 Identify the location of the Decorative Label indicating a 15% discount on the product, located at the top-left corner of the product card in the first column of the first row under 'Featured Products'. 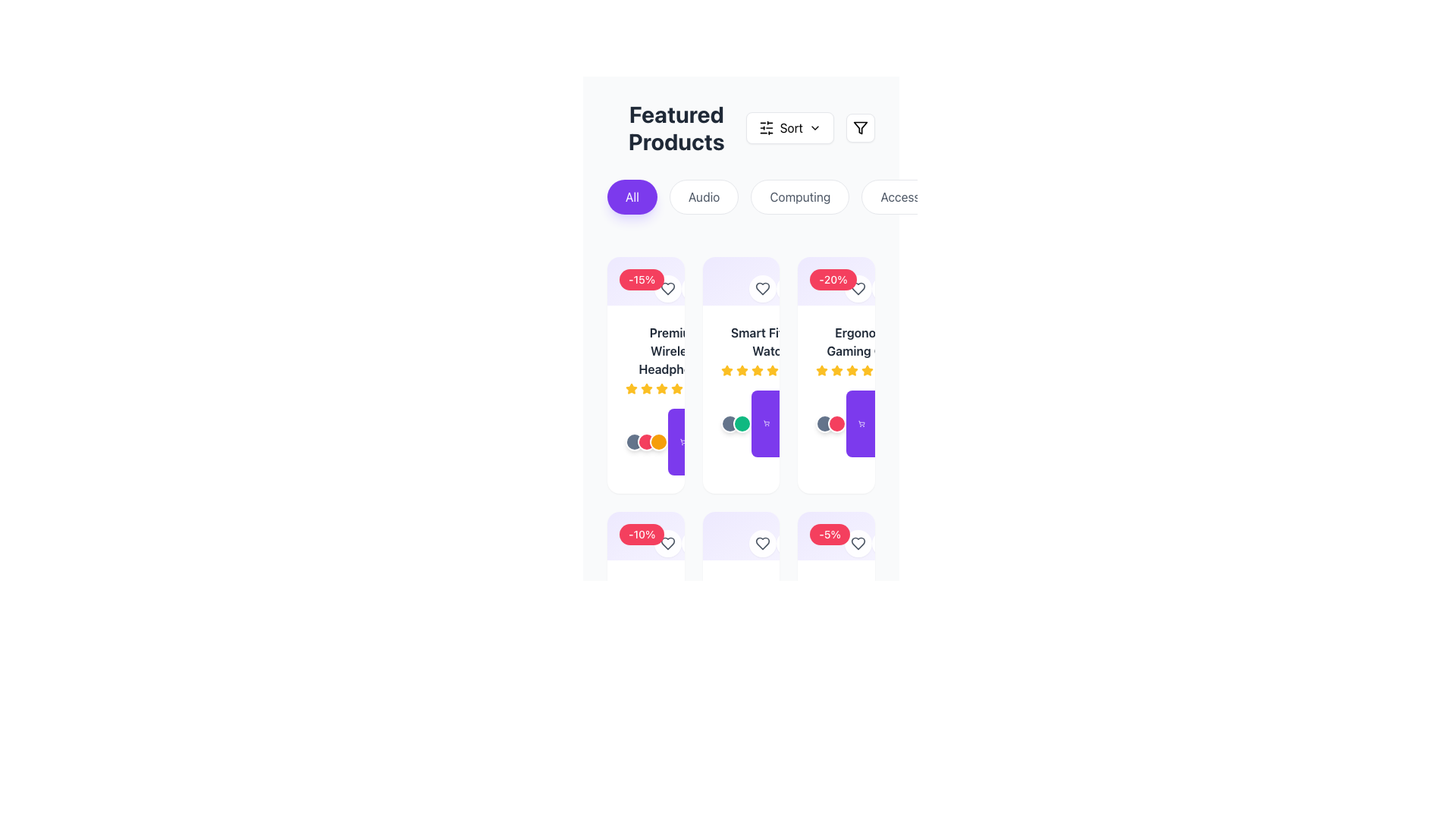
(645, 286).